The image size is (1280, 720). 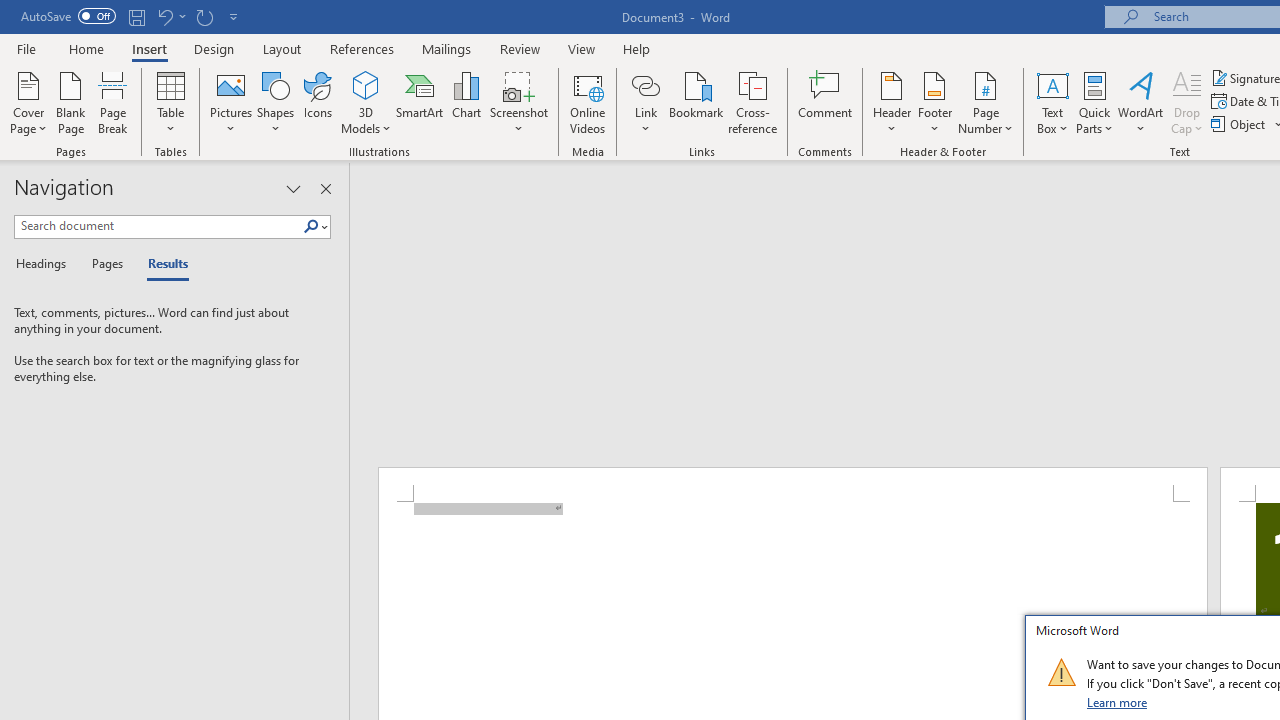 I want to click on 'Text Box', so click(x=1051, y=103).